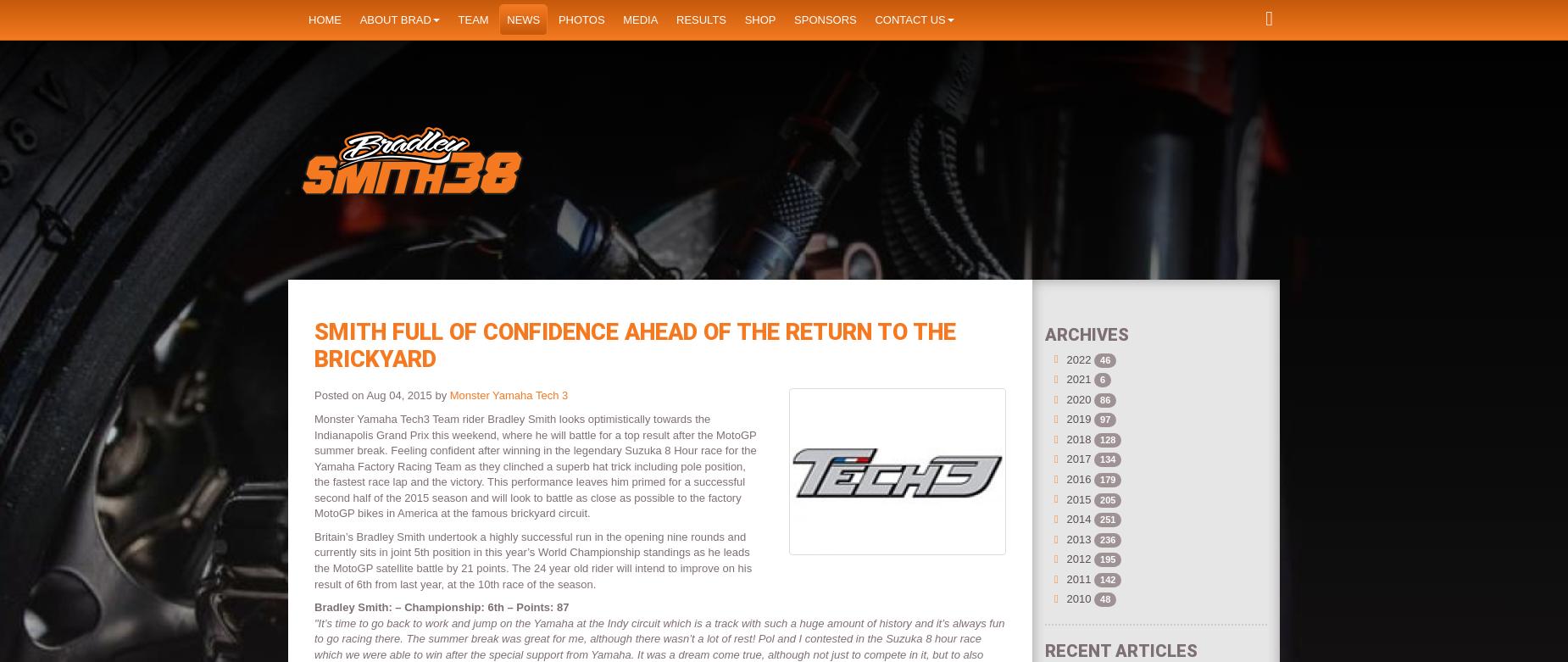 The width and height of the screenshot is (1568, 662). Describe the element at coordinates (1107, 538) in the screenshot. I see `'236'` at that location.